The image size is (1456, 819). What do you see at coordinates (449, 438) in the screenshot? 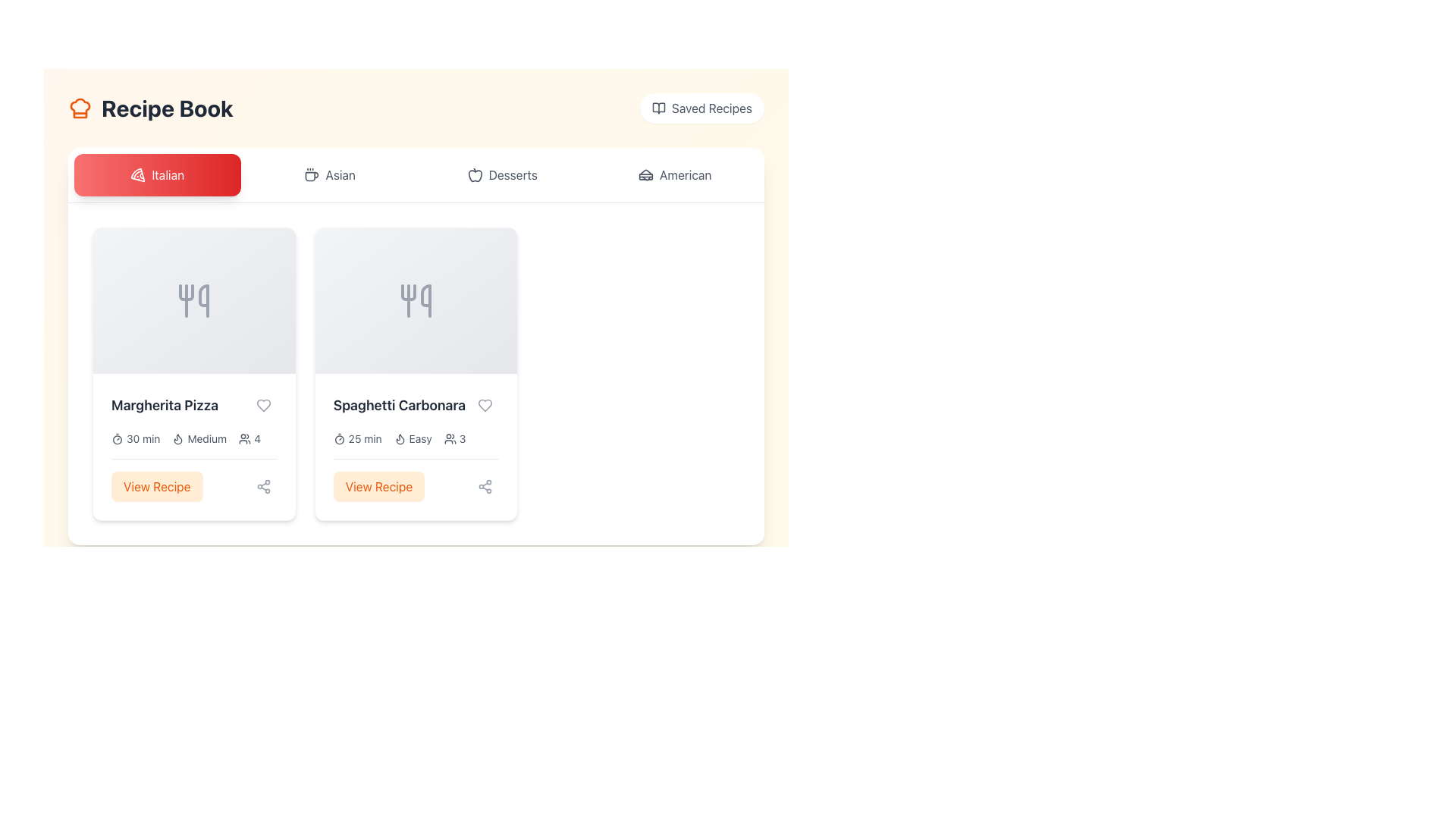
I see `the user silhouettes icon representing a group, located in the 'Spaghetti Carbonara' recipe card, positioned to the left of the number '3'` at bounding box center [449, 438].